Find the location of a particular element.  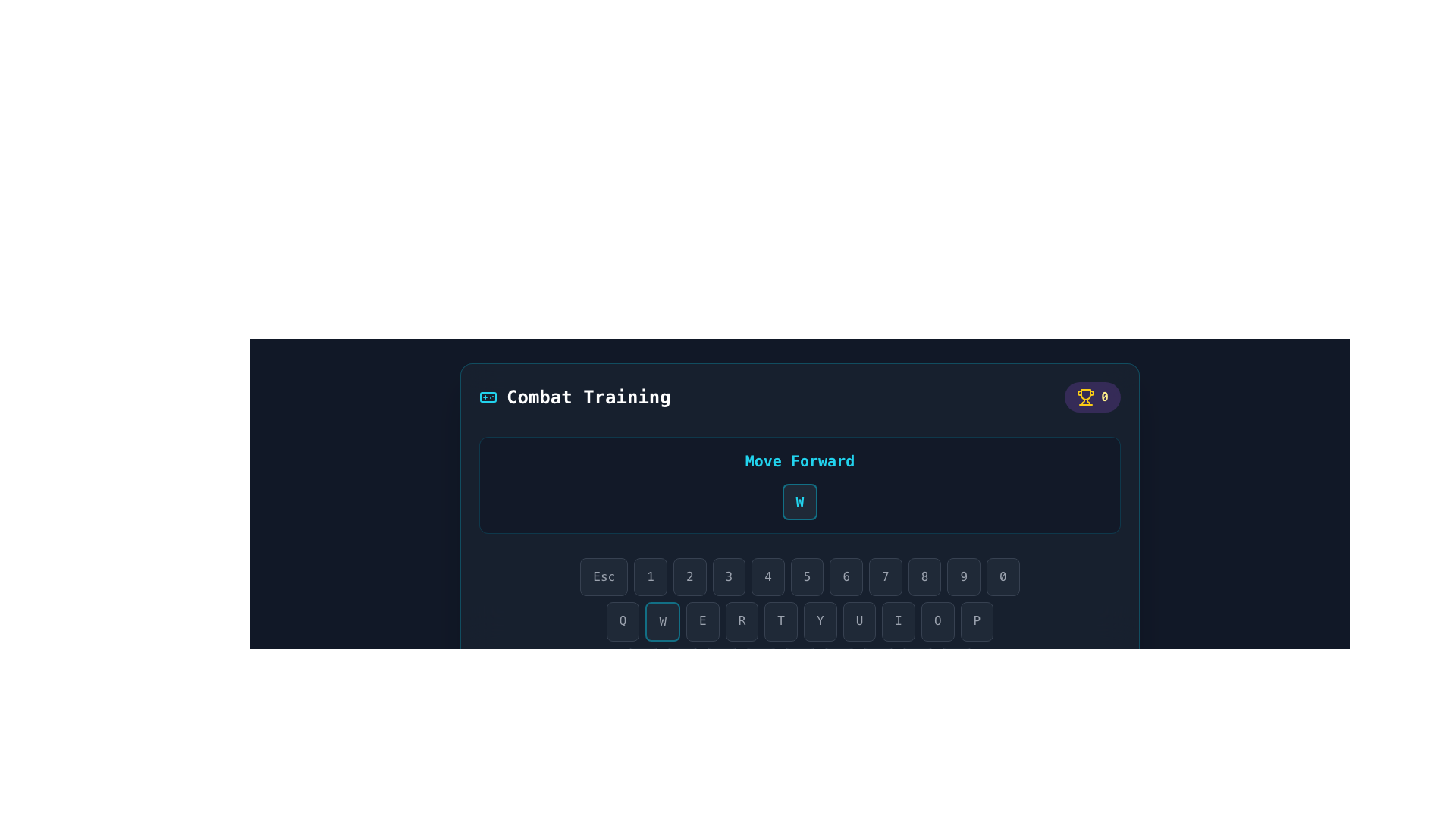

the rounded rectangle button labeled 'O' which has a dark gray background and light gray text, positioned as the ninth button in a horizontal row resembling a keyboard layout is located at coordinates (937, 622).